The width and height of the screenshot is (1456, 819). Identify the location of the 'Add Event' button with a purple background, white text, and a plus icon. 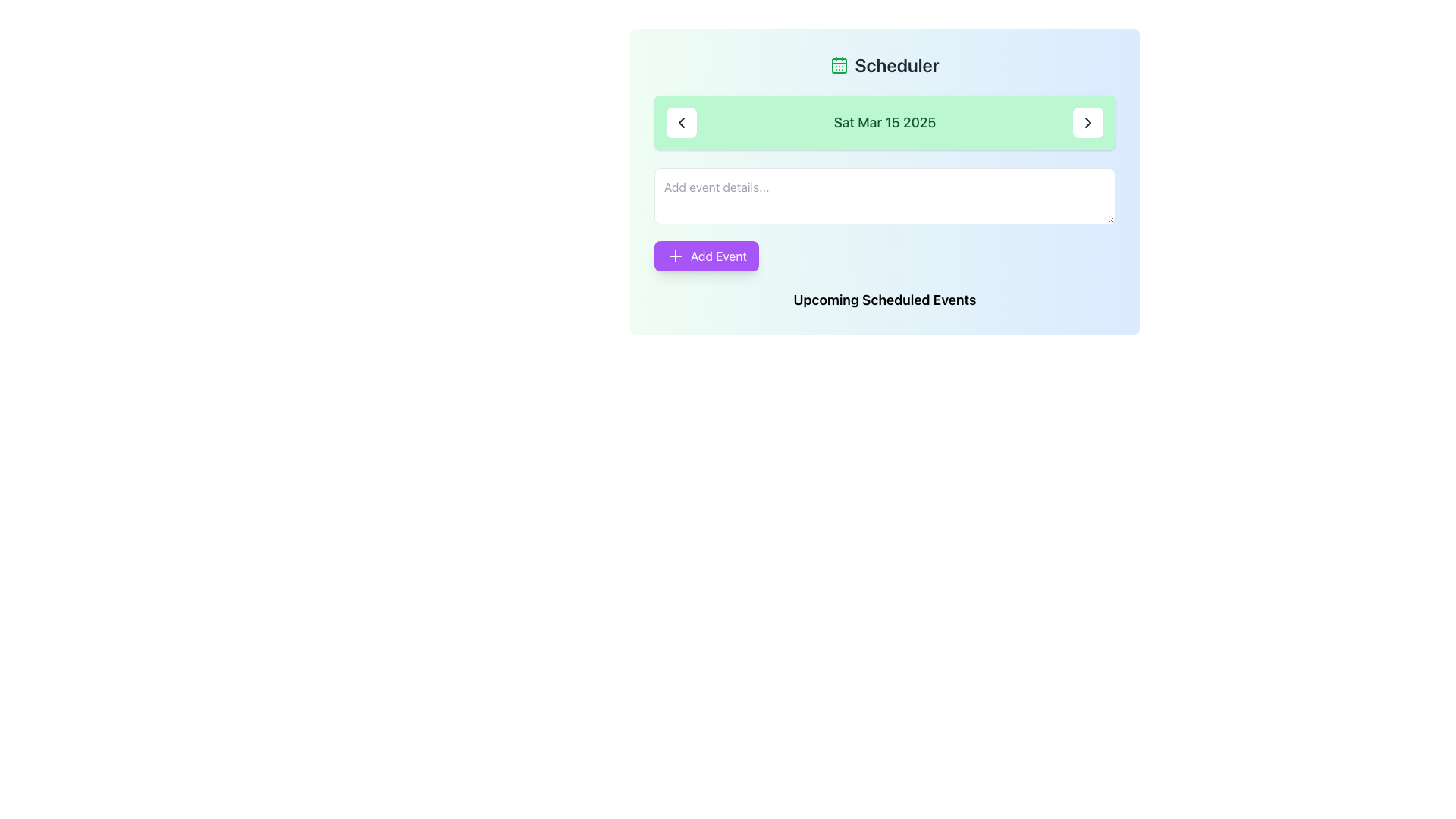
(705, 256).